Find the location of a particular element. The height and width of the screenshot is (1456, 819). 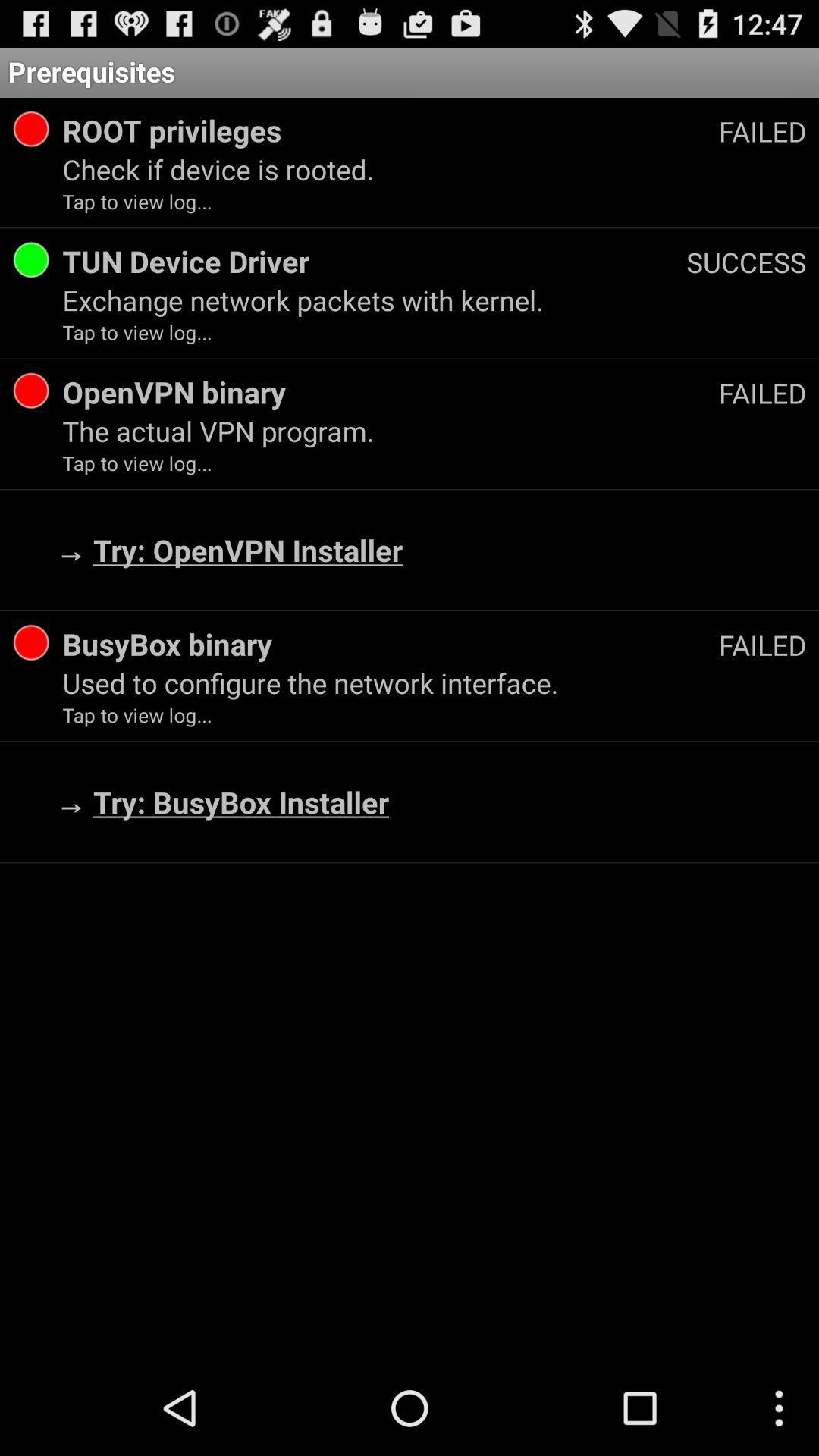

root privileges icon is located at coordinates (390, 130).